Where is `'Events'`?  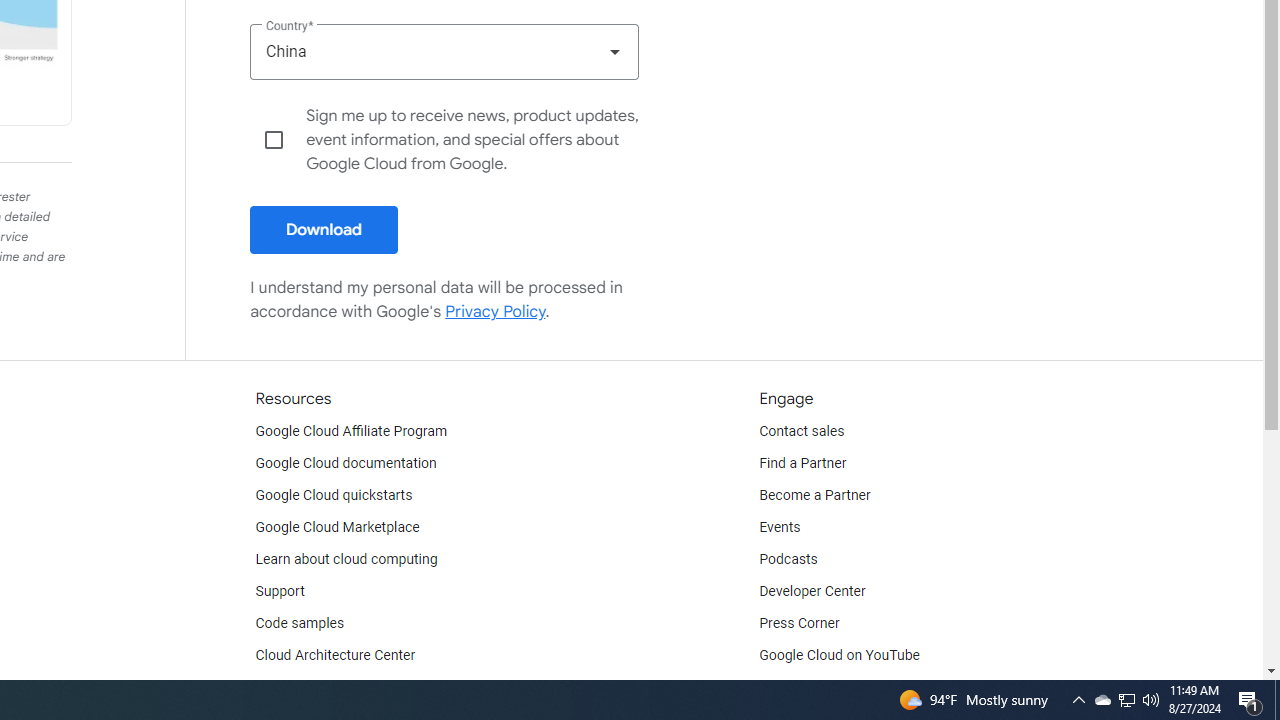
'Events' is located at coordinates (779, 527).